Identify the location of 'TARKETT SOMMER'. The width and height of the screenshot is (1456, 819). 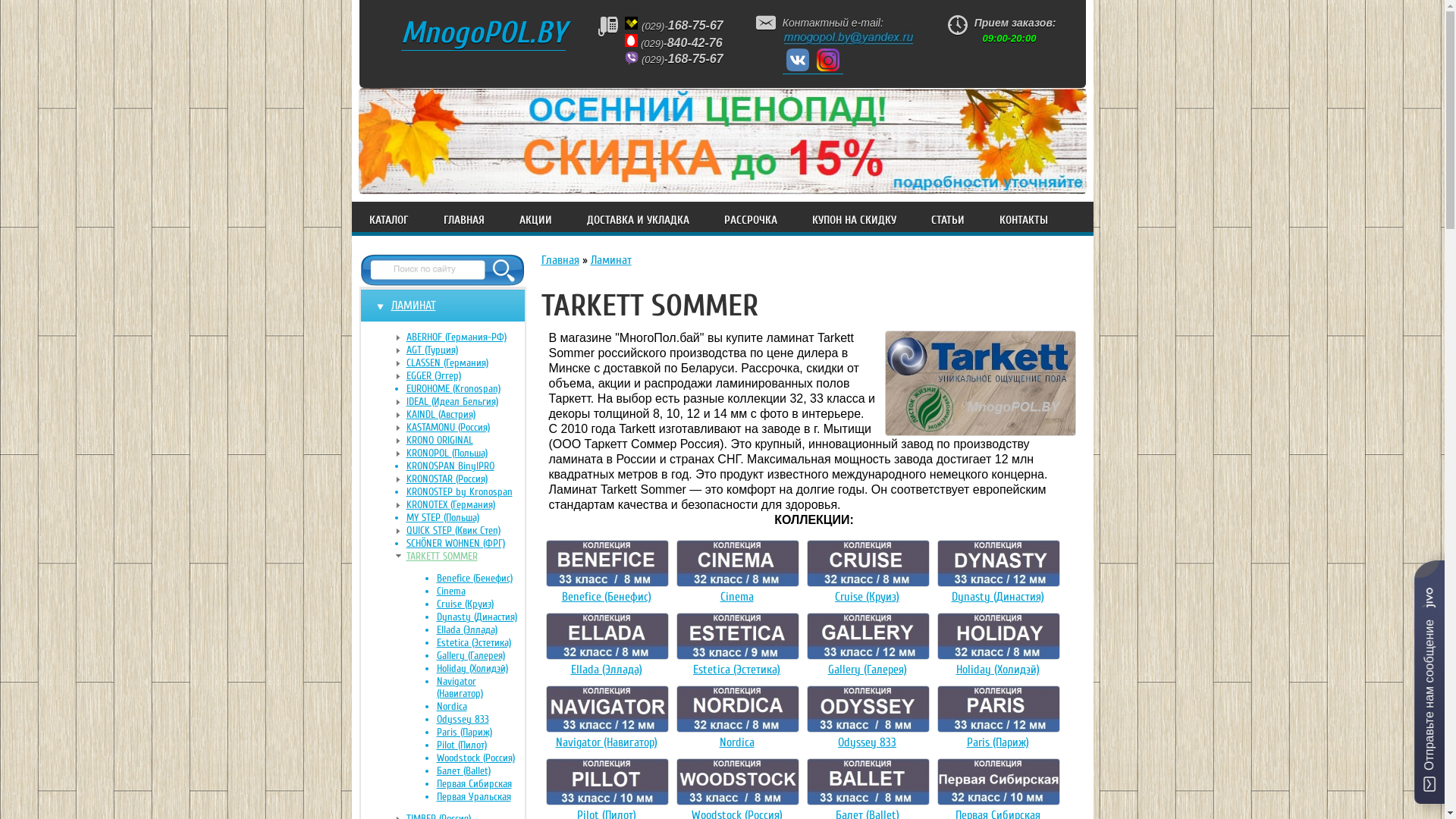
(465, 556).